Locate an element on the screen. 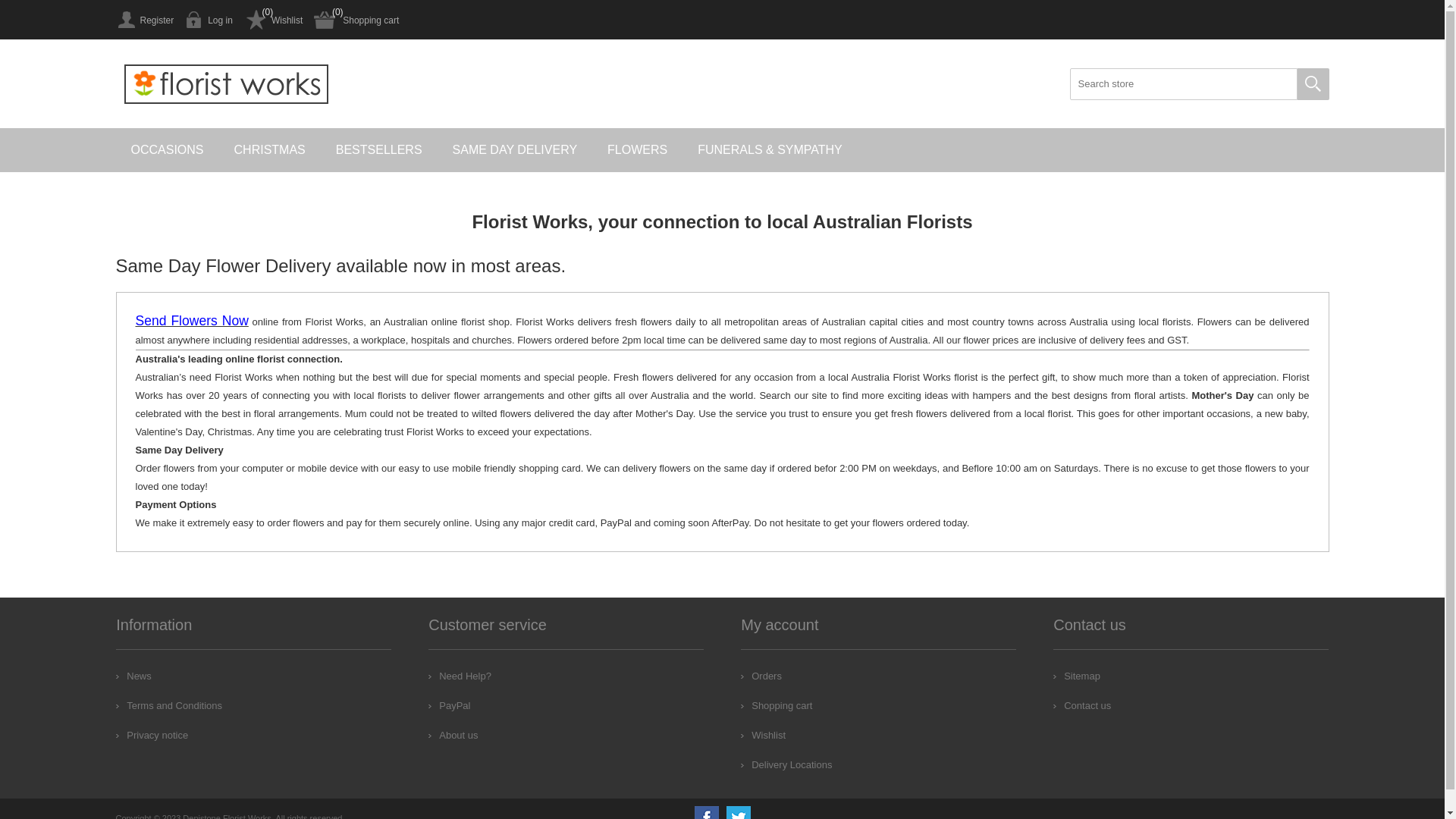  'BESTSELLERS' is located at coordinates (319, 149).